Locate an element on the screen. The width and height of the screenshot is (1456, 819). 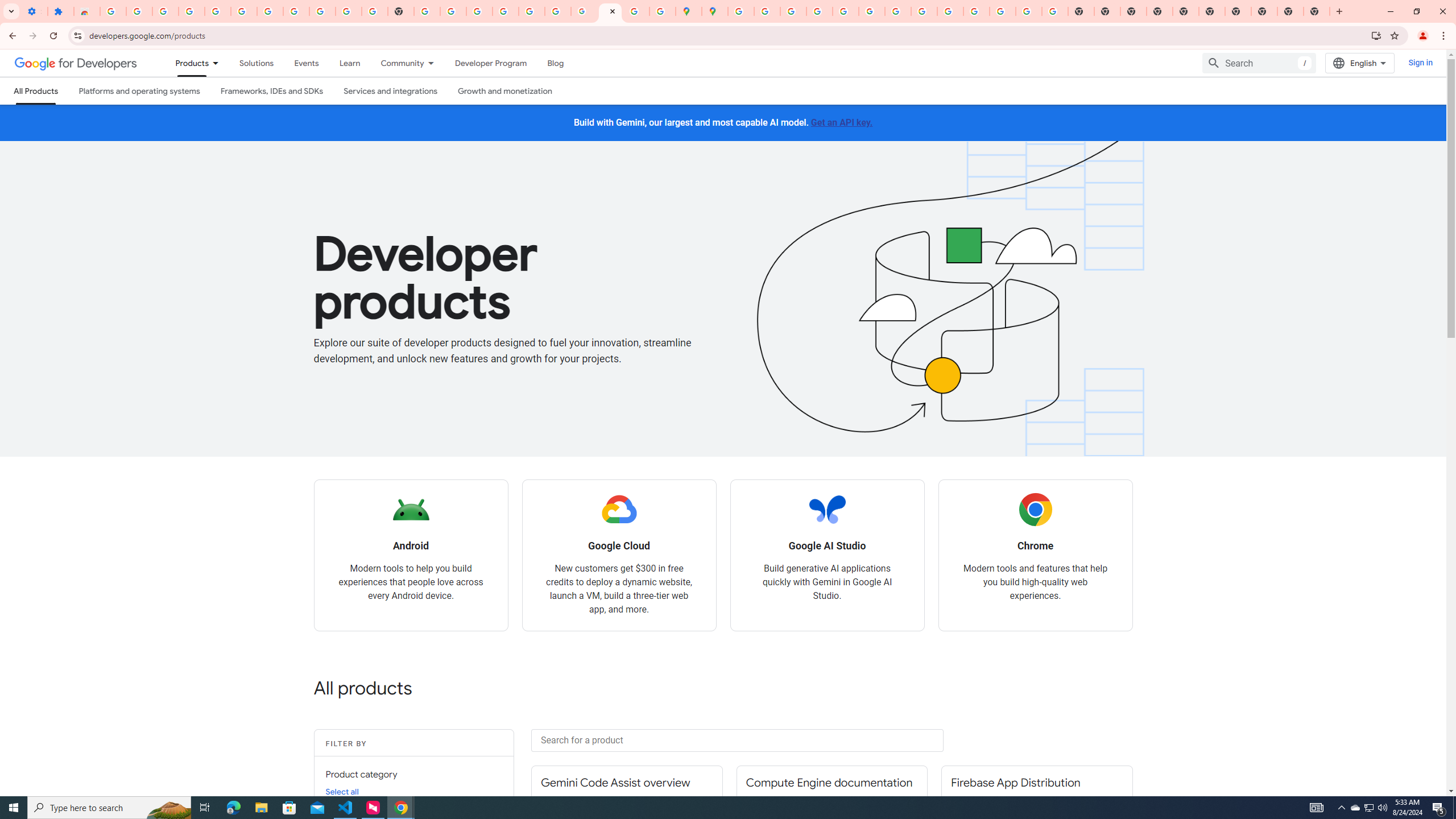
'Extensions' is located at coordinates (60, 11).